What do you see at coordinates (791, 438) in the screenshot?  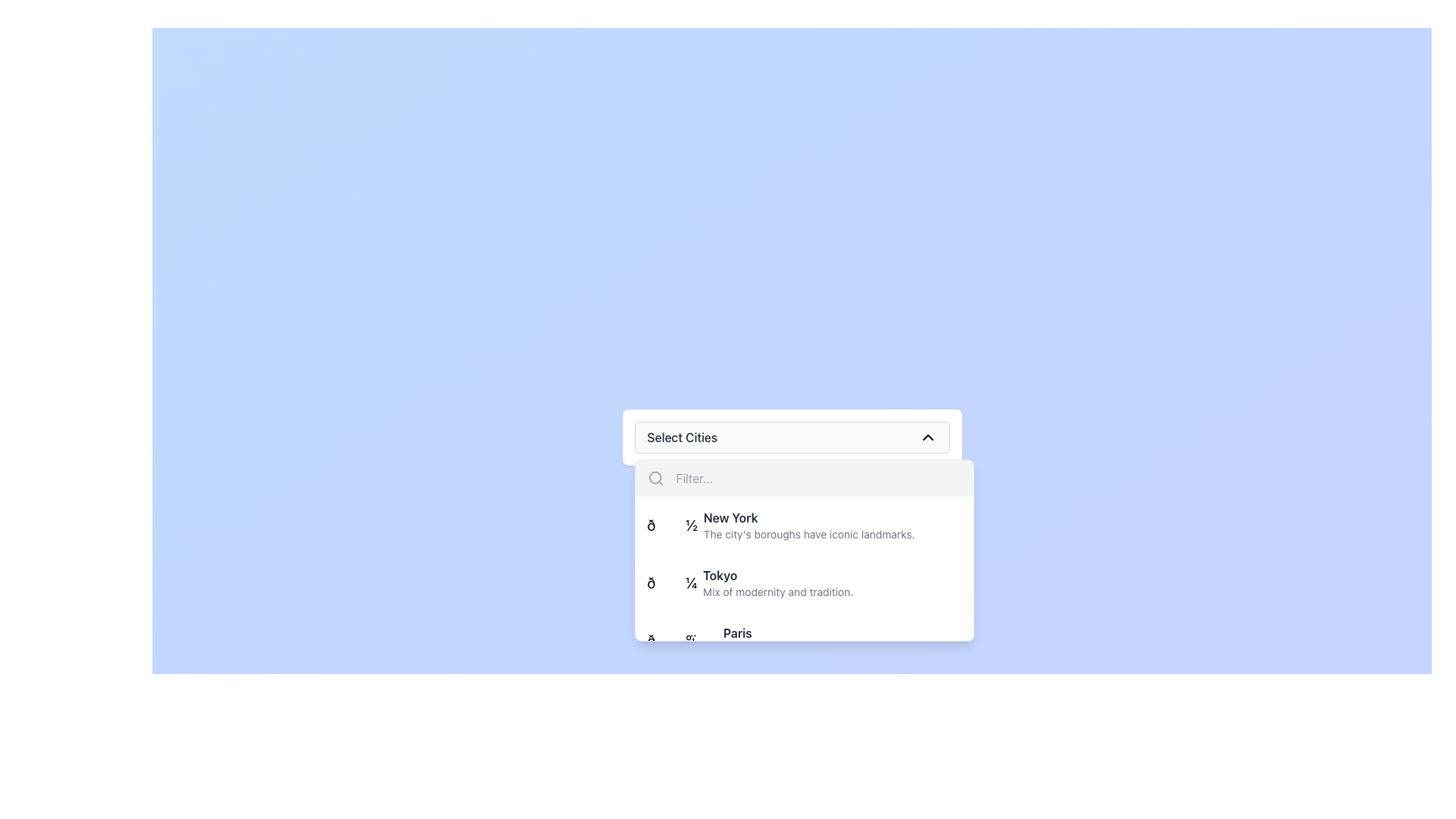 I see `the 'Select Cities' dropdown button, which is a rectangular button with a light gray background and a dark border` at bounding box center [791, 438].